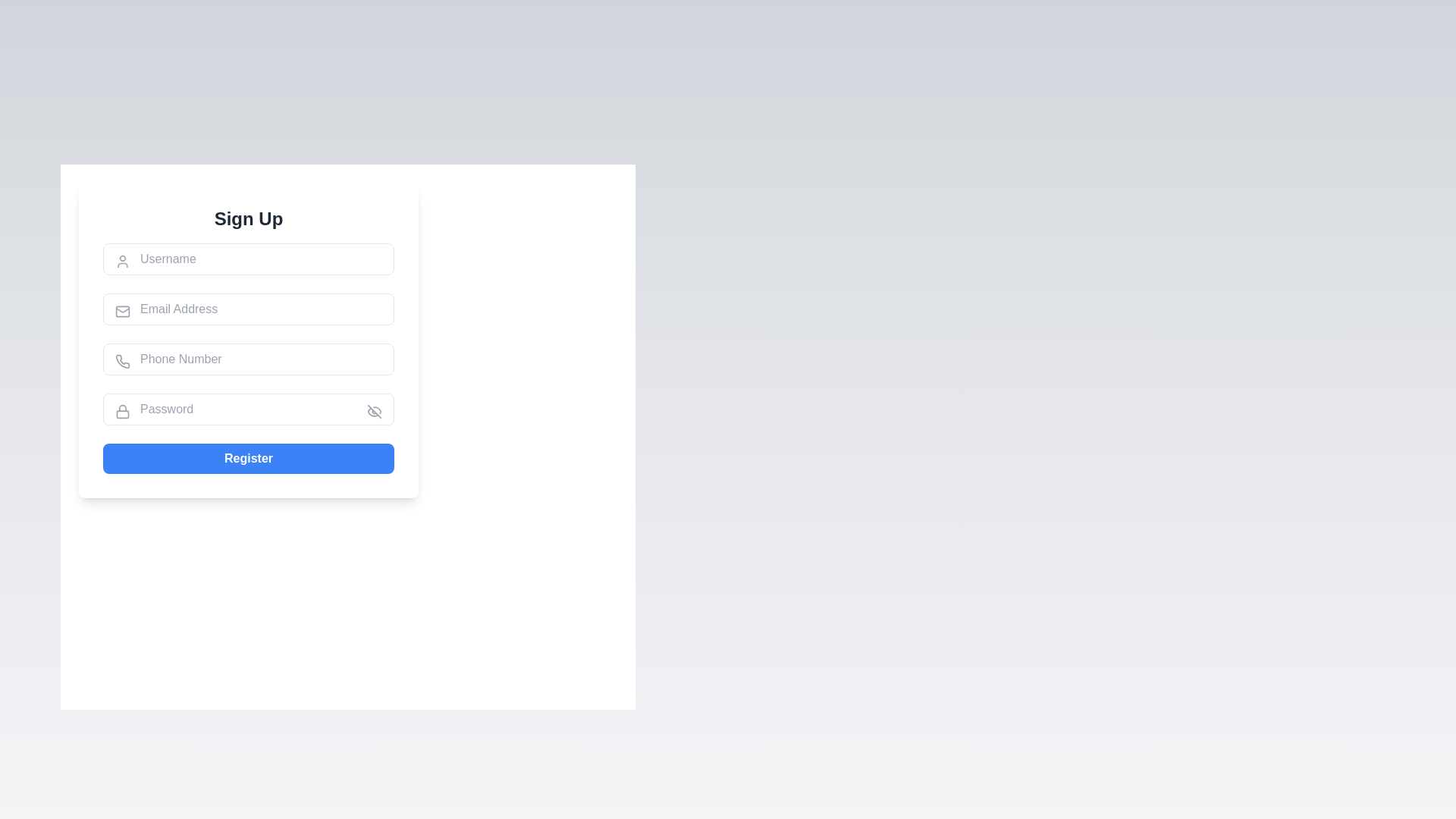 The image size is (1456, 819). I want to click on the 'eye-off' icon button, which is gray and located at the top-right corner of the password input field, so click(375, 412).